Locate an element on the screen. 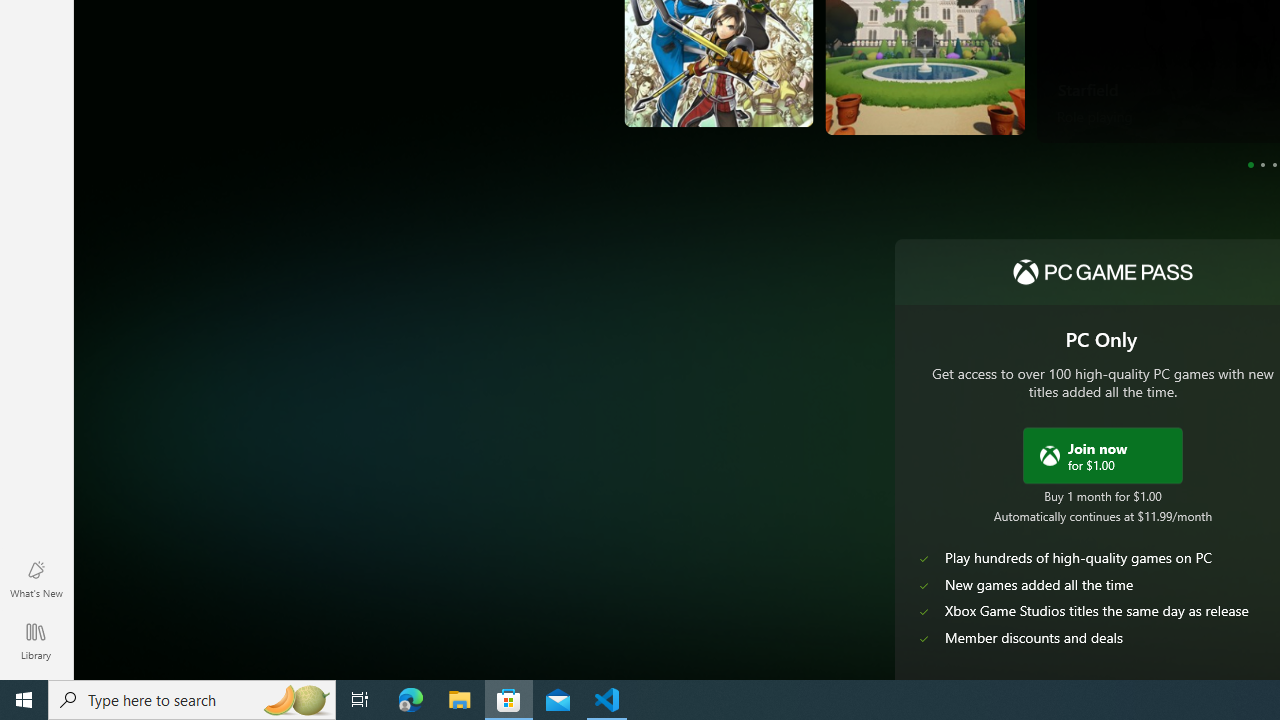 The image size is (1280, 720). 'Play Trailer' is located at coordinates (1157, 101).